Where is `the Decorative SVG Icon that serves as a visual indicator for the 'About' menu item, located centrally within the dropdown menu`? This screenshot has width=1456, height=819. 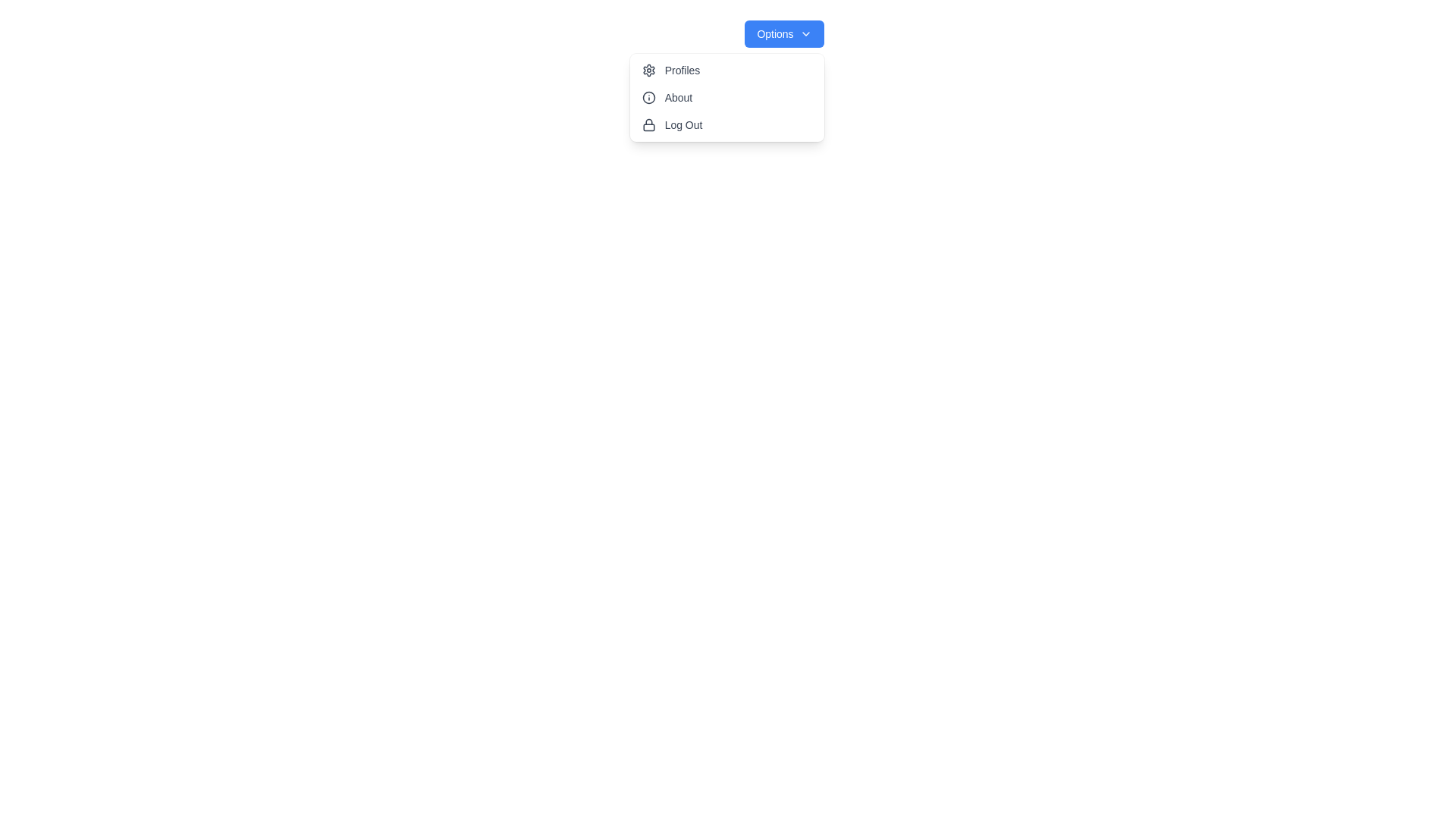
the Decorative SVG Icon that serves as a visual indicator for the 'About' menu item, located centrally within the dropdown menu is located at coordinates (648, 97).